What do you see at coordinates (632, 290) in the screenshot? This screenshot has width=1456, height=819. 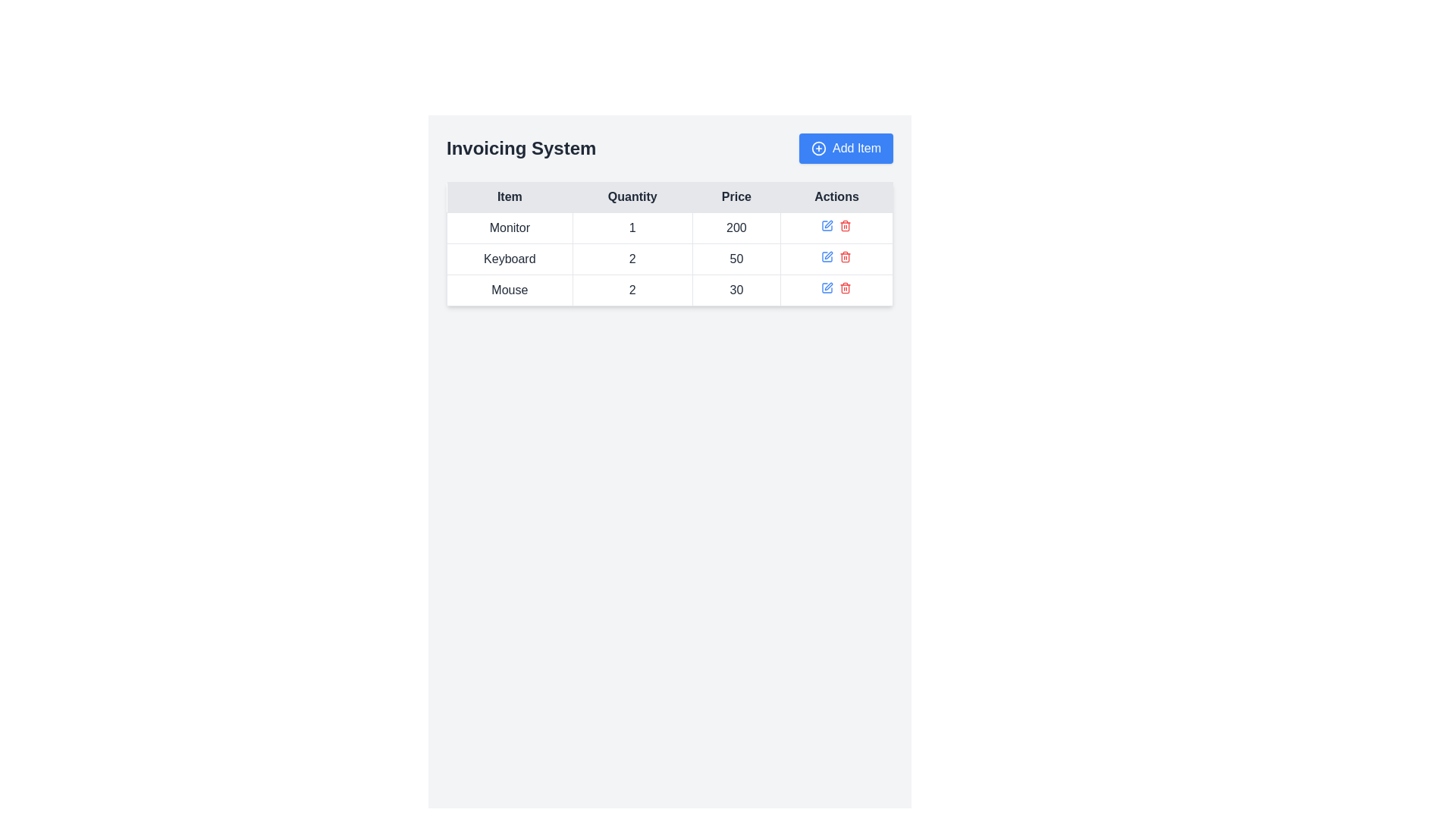 I see `the Text Label displaying the number '2' in the third row under the 'Quantity' column of the table, which aligns with the 'Mouse' item` at bounding box center [632, 290].